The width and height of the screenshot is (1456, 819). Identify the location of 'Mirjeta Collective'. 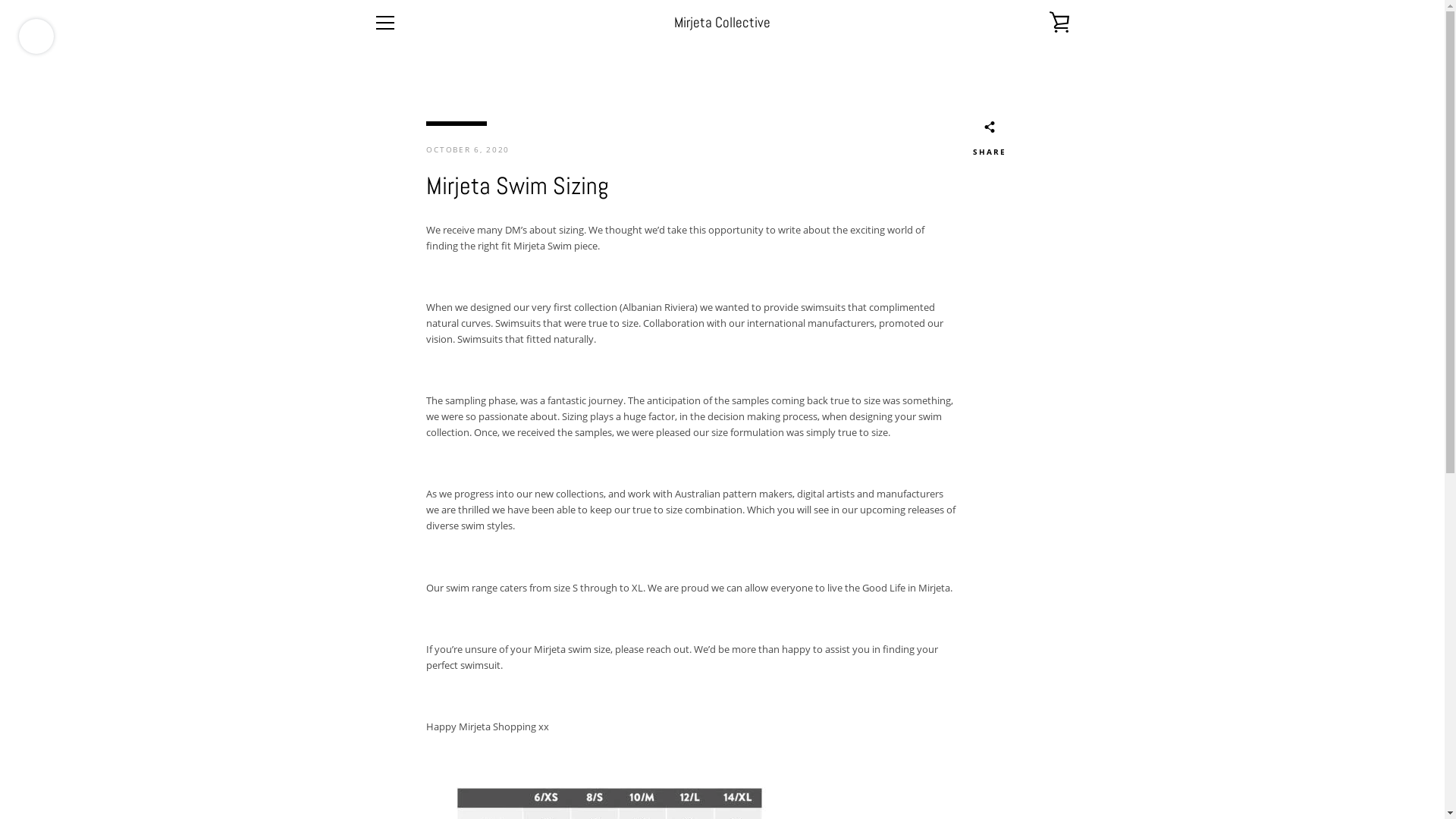
(754, 766).